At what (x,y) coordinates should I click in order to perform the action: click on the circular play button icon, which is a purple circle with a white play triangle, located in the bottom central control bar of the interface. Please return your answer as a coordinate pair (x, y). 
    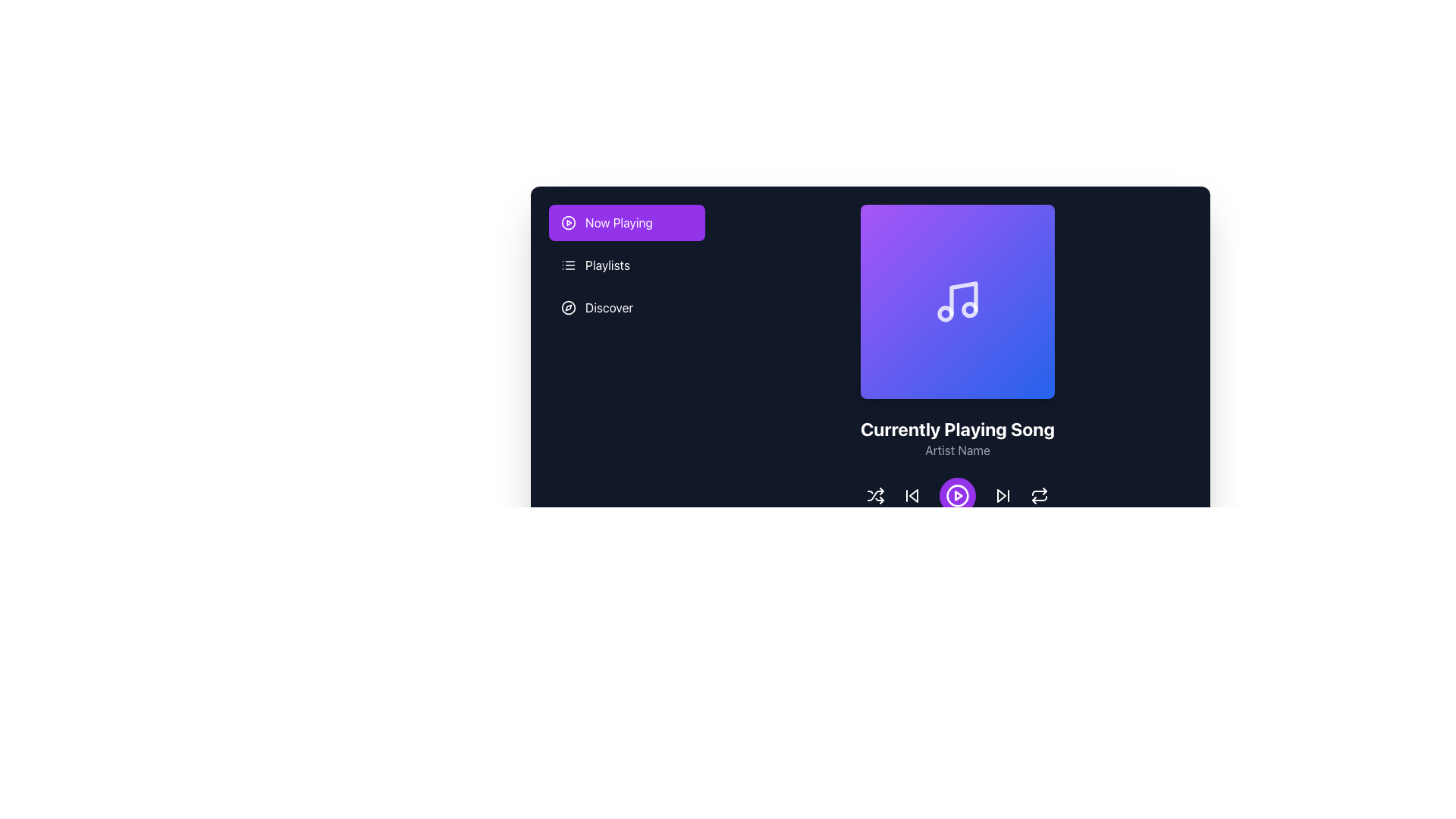
    Looking at the image, I should click on (956, 496).